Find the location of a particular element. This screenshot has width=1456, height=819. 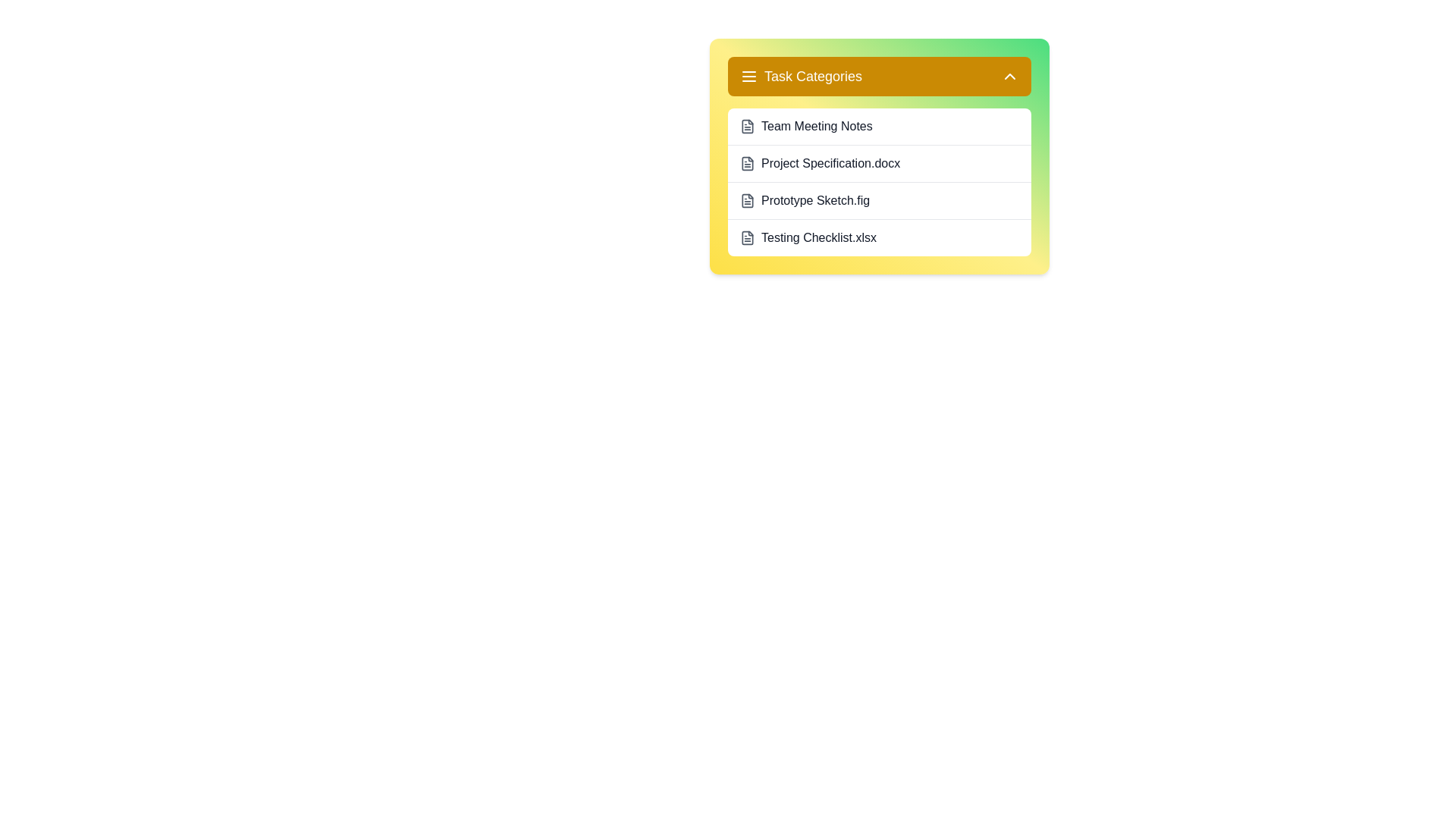

the task Prototype Sketch.fig from the task list is located at coordinates (880, 199).